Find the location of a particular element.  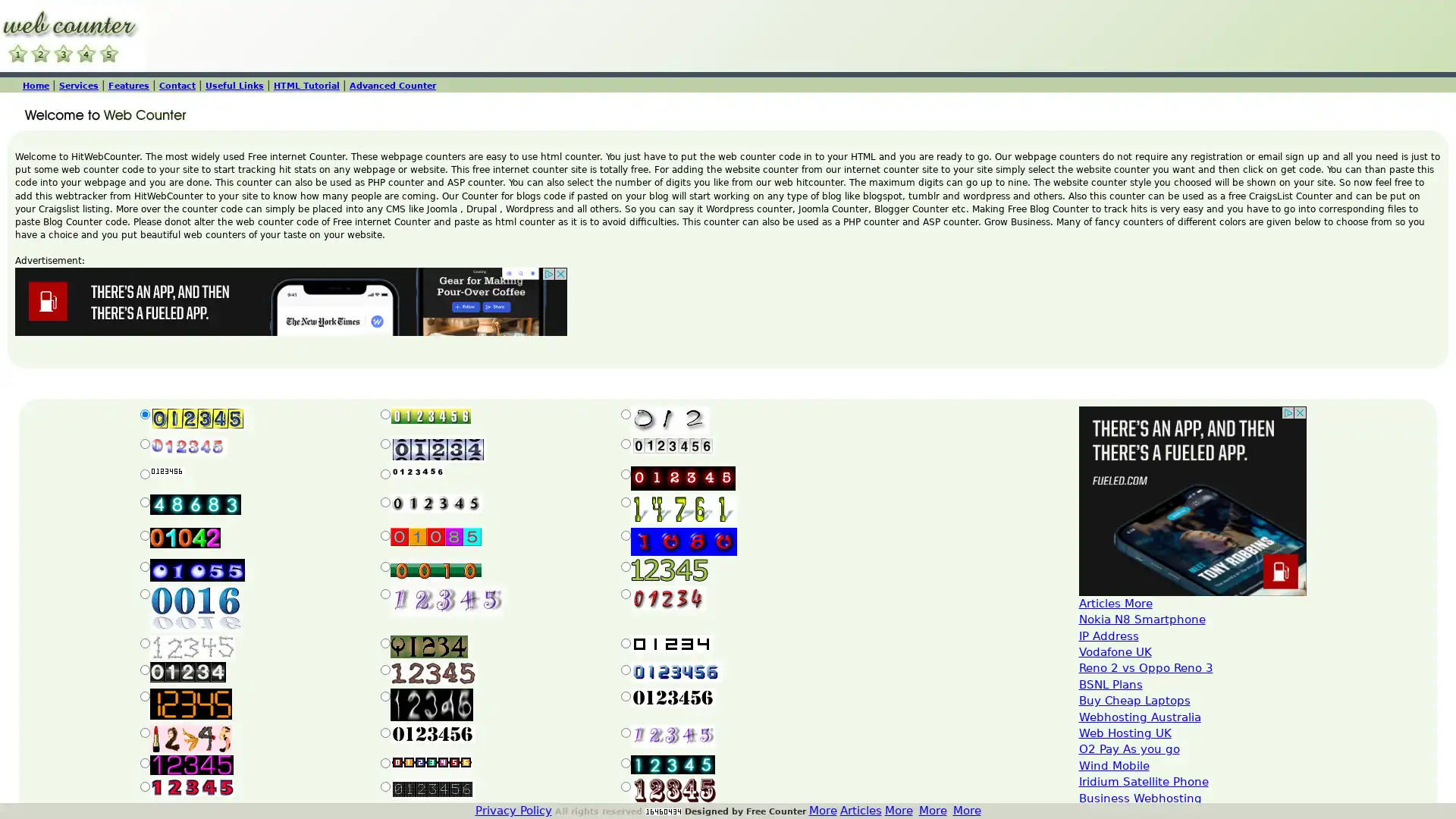

Submit is located at coordinates (191, 765).